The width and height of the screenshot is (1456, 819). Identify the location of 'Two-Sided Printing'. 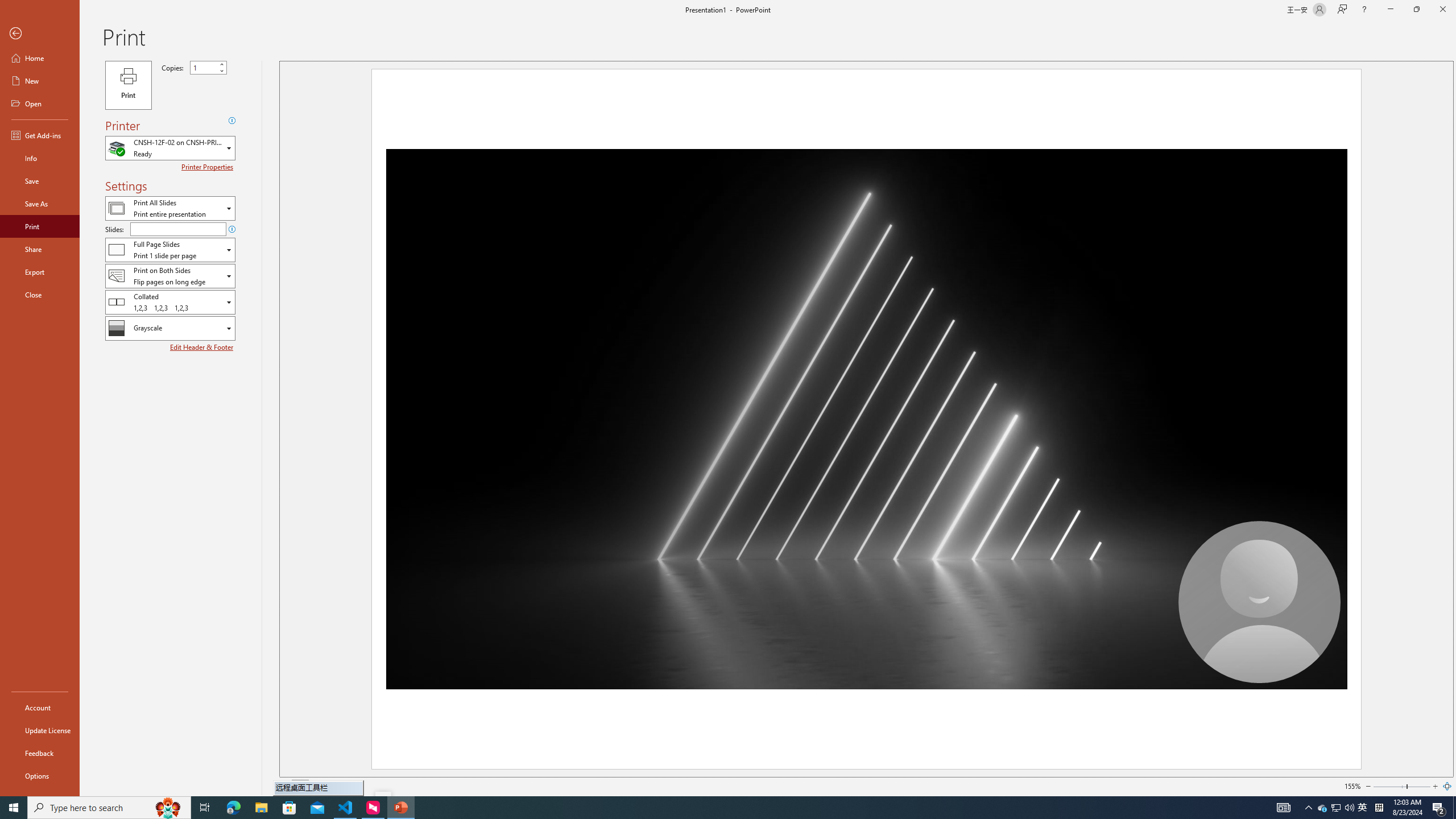
(169, 276).